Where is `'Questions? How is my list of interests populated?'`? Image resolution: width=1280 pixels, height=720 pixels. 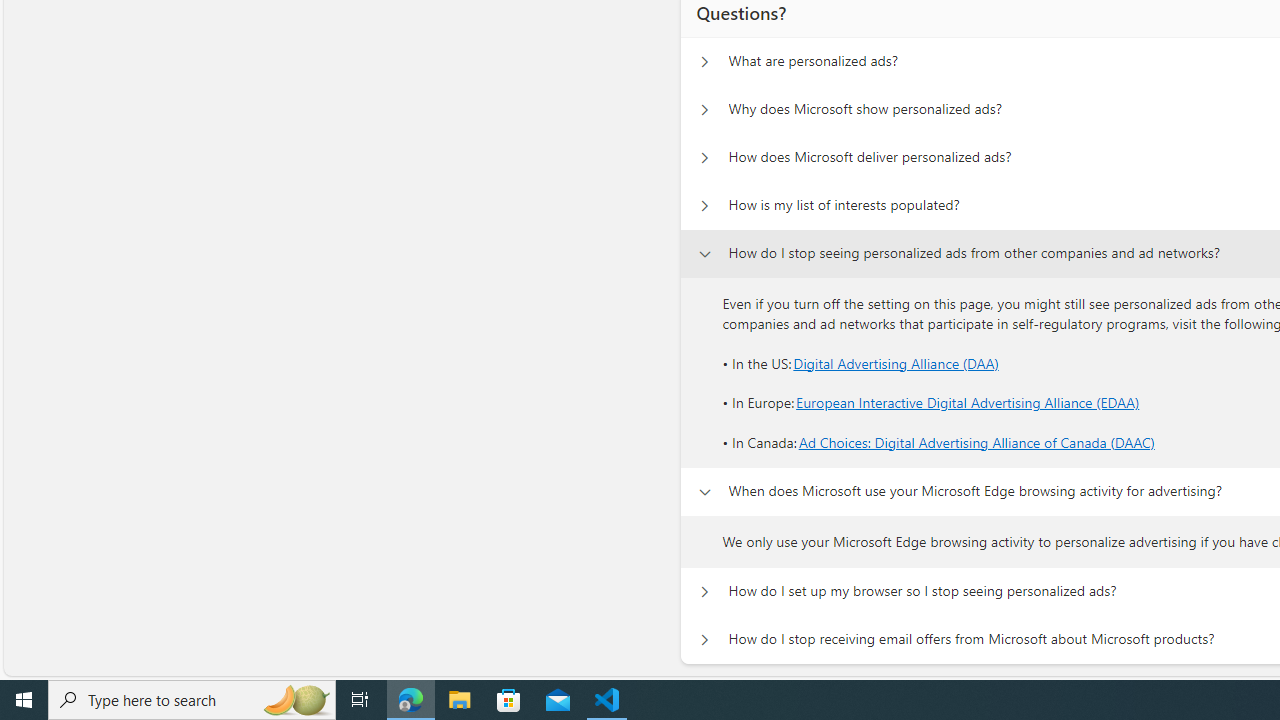
'Questions? How is my list of interests populated?' is located at coordinates (704, 206).